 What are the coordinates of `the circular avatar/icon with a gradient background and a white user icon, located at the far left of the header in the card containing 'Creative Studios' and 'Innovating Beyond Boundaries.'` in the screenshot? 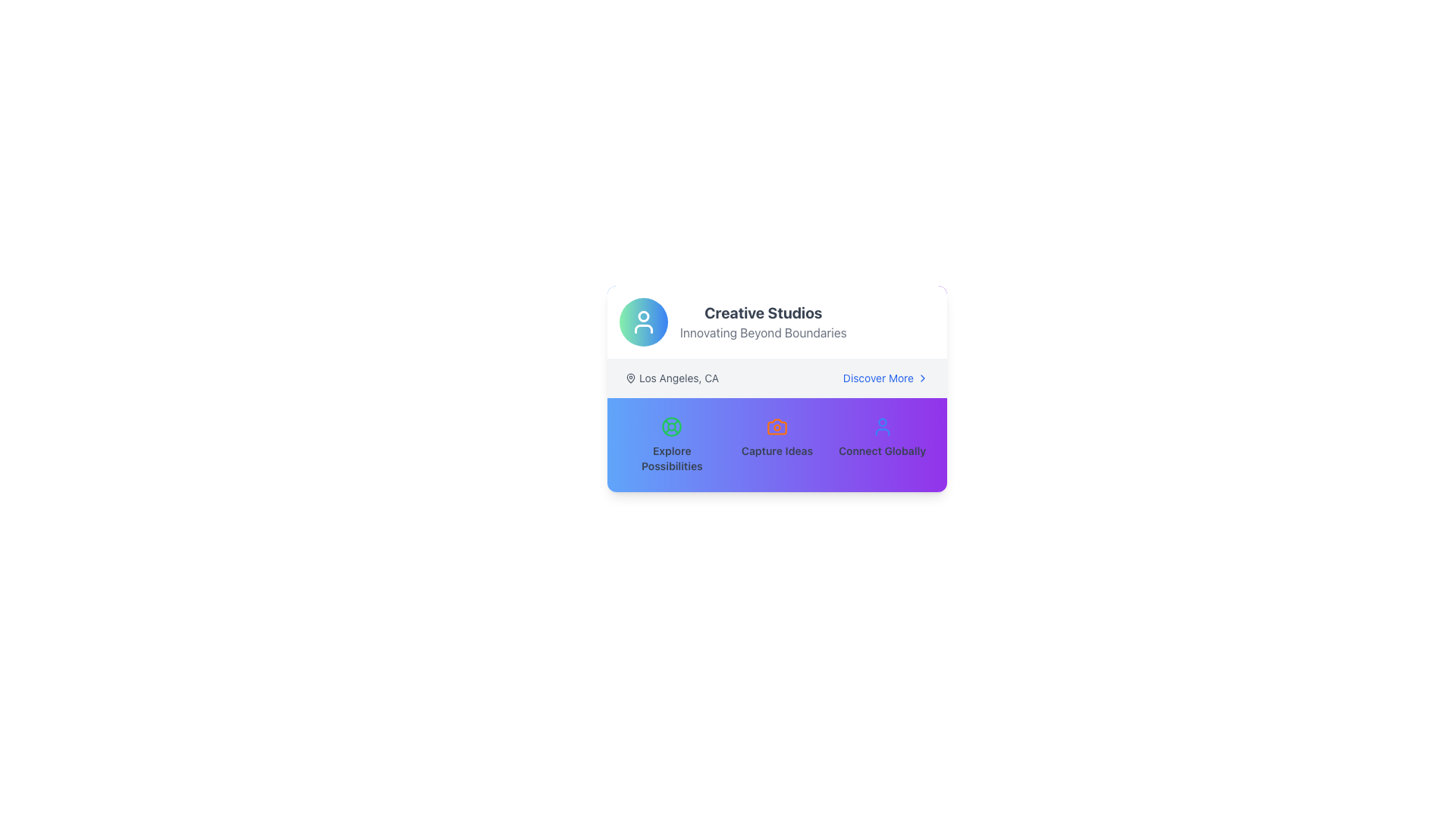 It's located at (644, 321).